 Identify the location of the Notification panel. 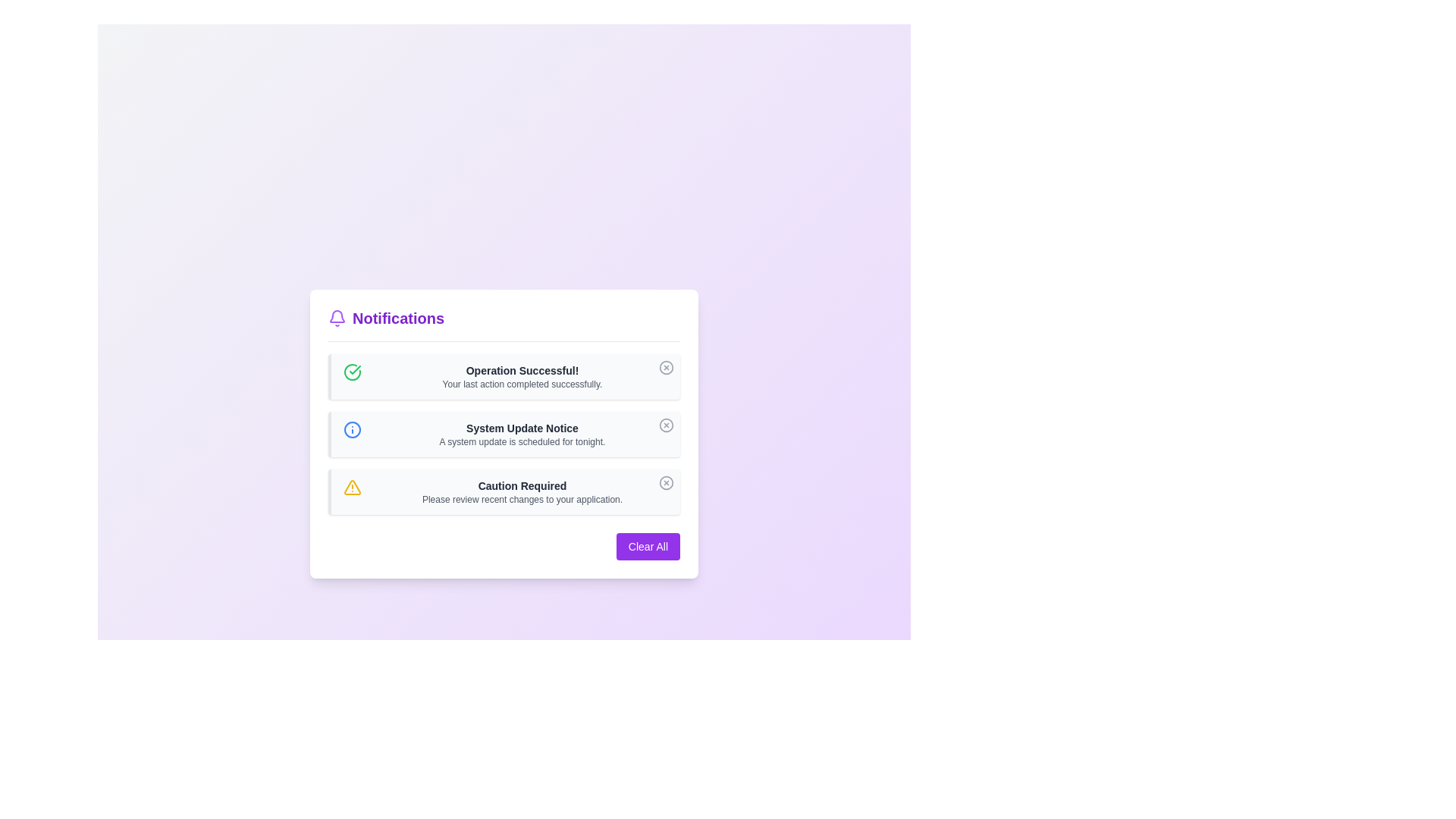
(504, 433).